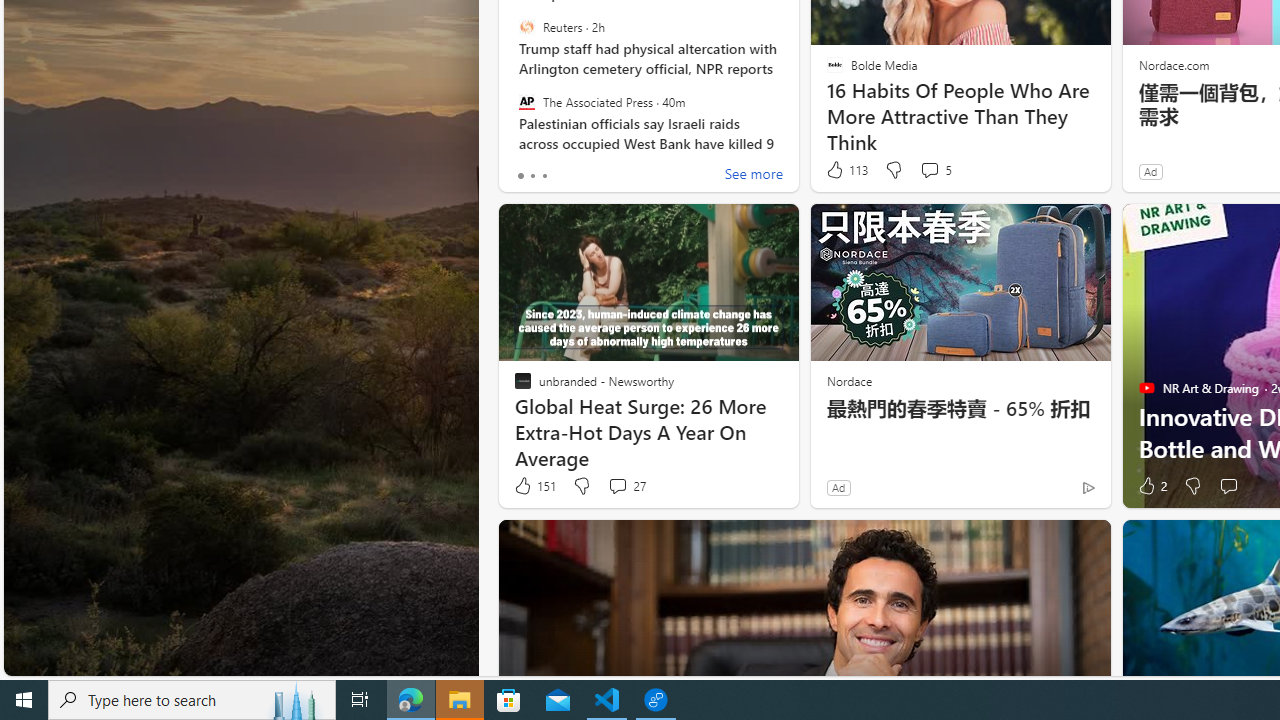 This screenshot has width=1280, height=720. What do you see at coordinates (625, 486) in the screenshot?
I see `'View comments 27 Comment'` at bounding box center [625, 486].